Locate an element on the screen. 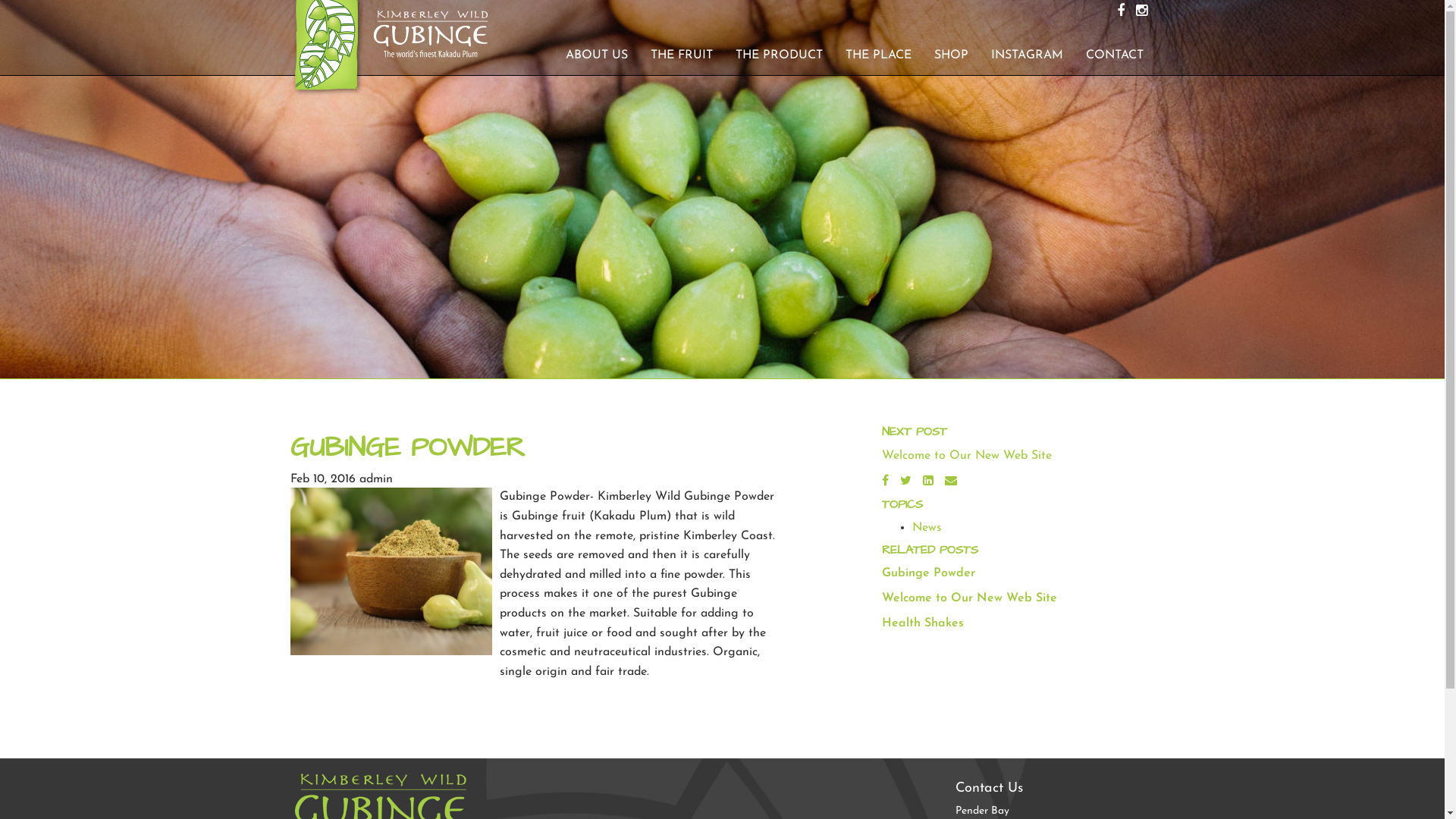 This screenshot has width=1456, height=819. 'Welcome to Our New Web Site' is located at coordinates (968, 598).